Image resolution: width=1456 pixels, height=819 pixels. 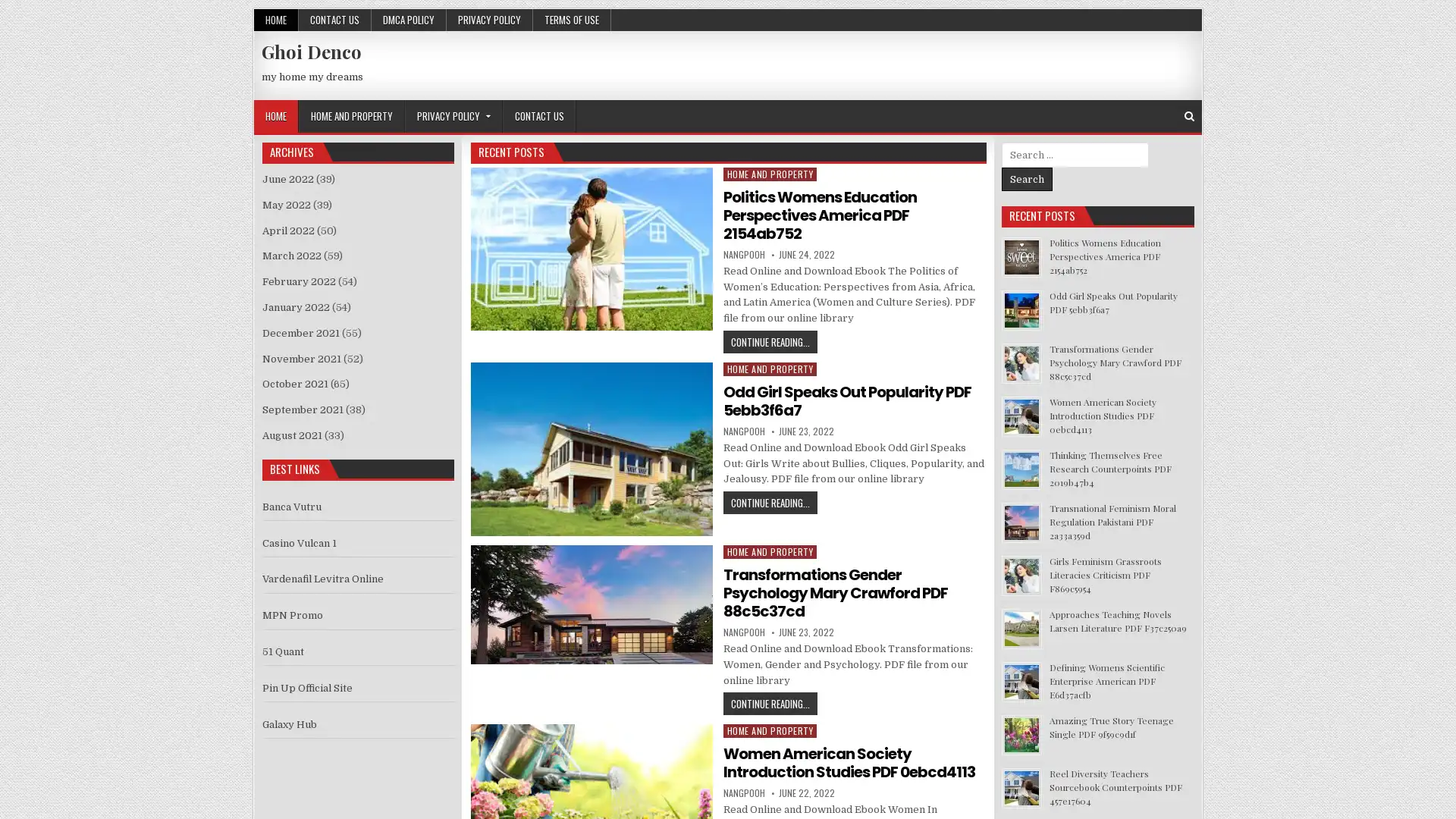 I want to click on Search, so click(x=1027, y=178).